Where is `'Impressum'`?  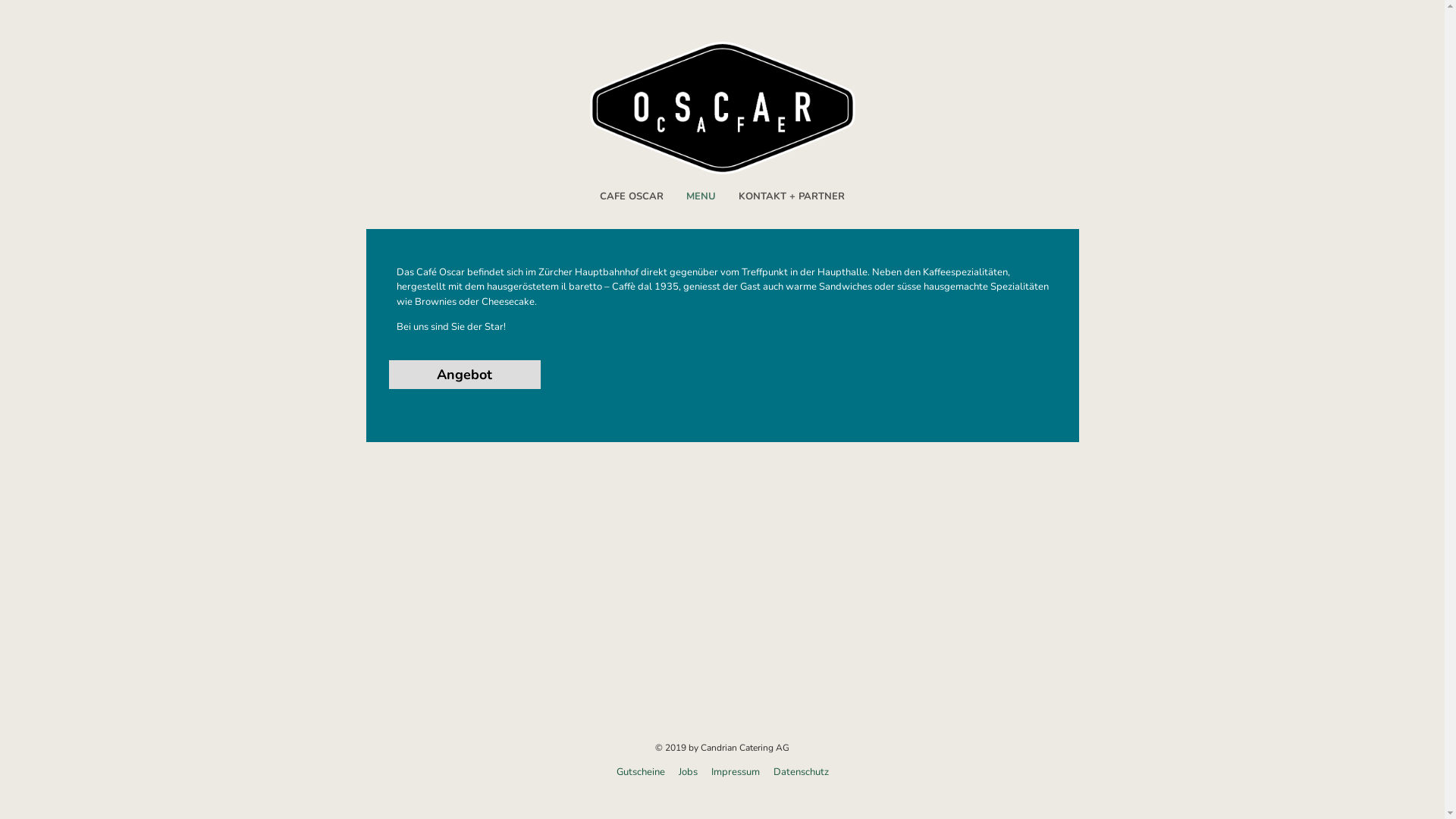 'Impressum' is located at coordinates (729, 772).